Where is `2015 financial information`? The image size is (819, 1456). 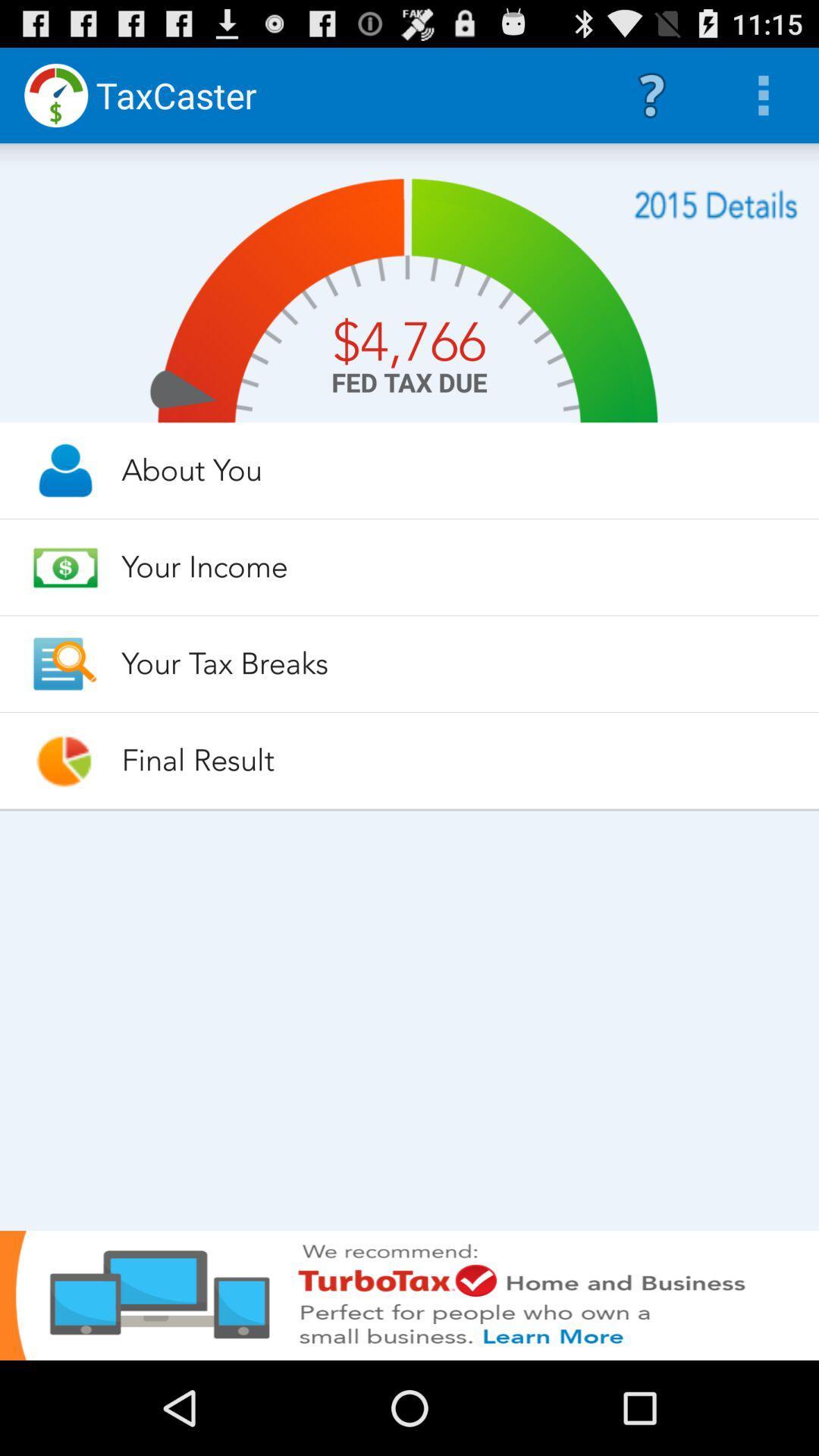 2015 financial information is located at coordinates (716, 204).